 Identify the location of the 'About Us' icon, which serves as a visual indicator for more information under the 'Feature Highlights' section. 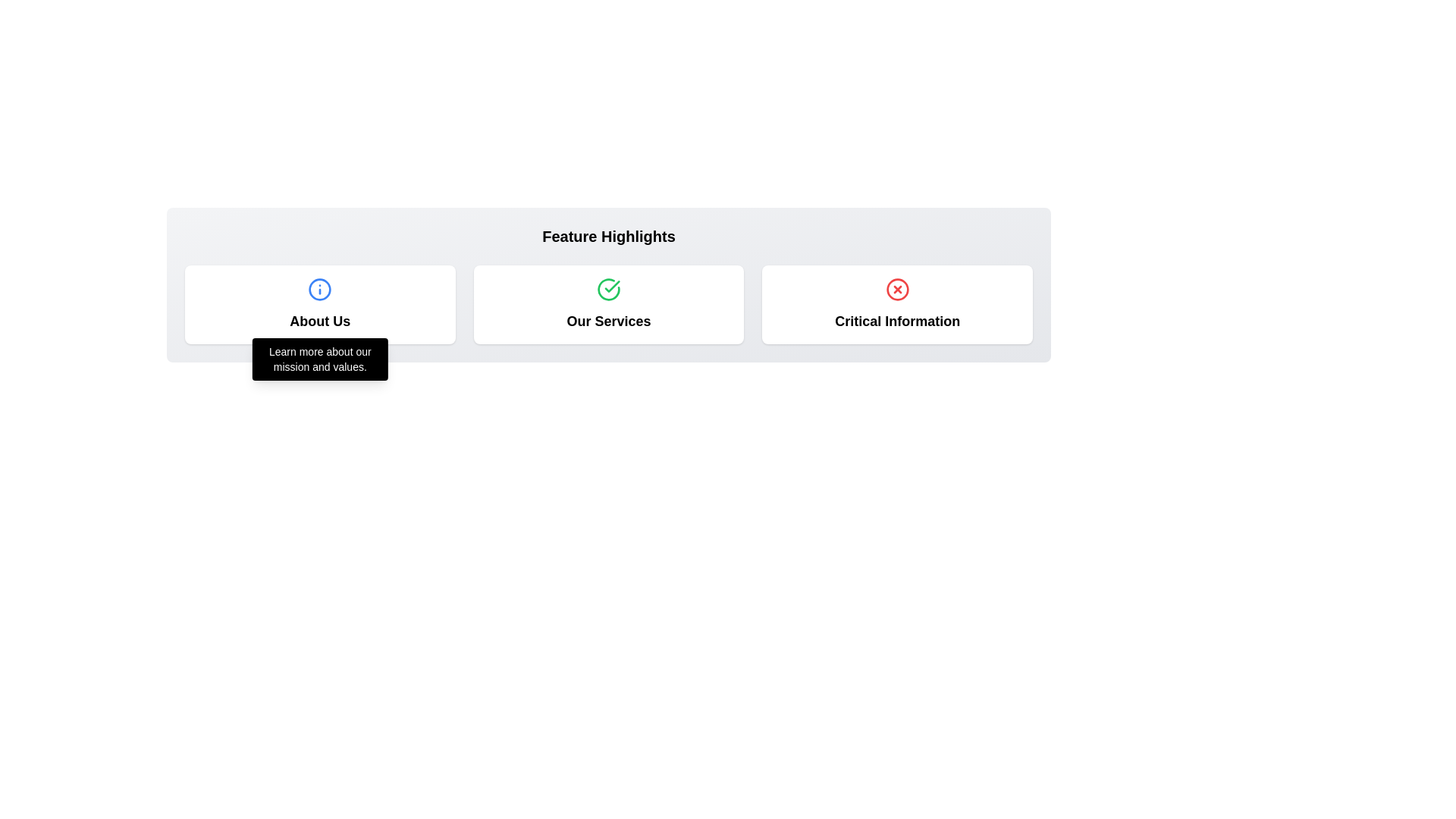
(319, 289).